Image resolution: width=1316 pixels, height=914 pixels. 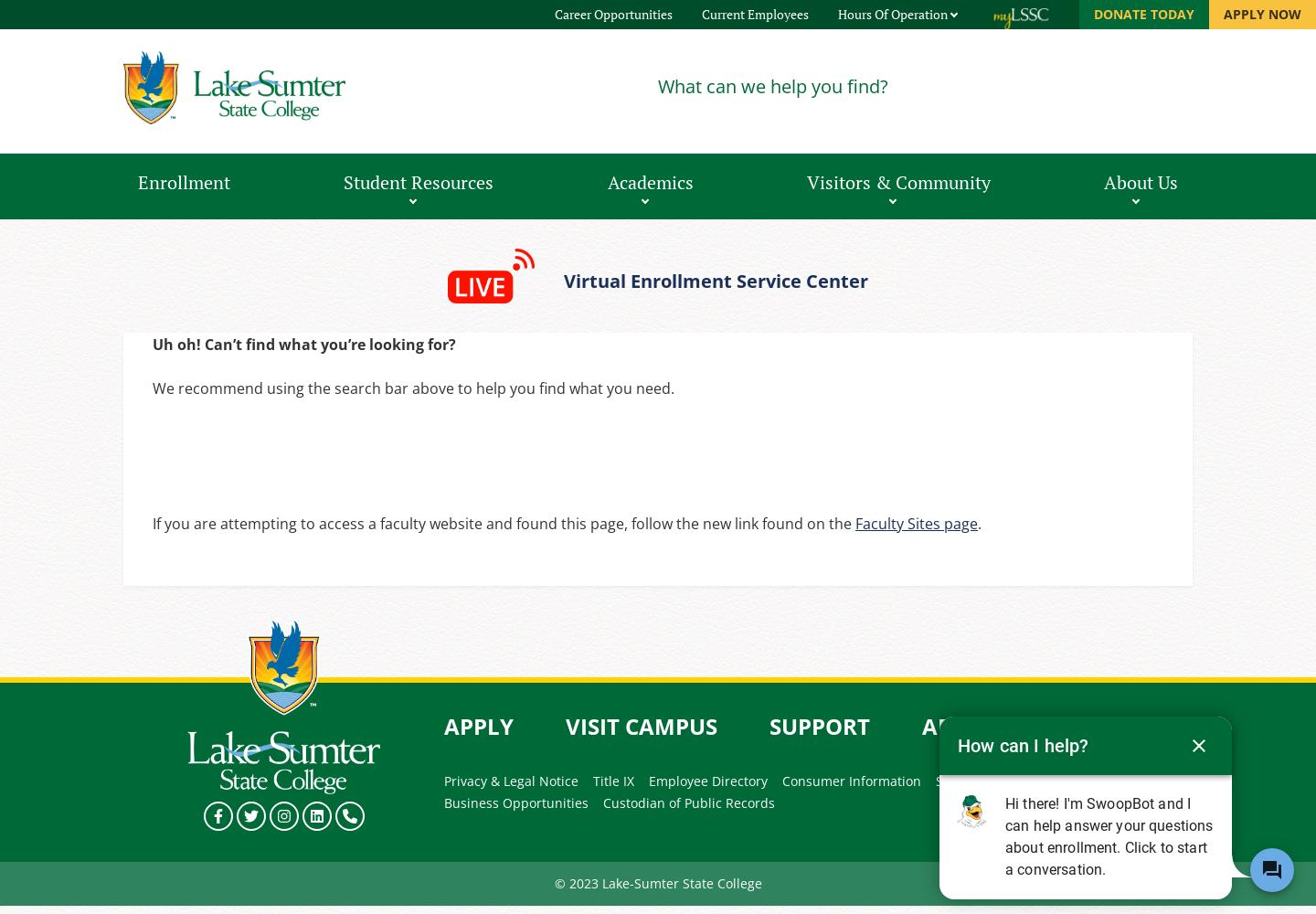 I want to click on 'Business Opportunities', so click(x=516, y=802).